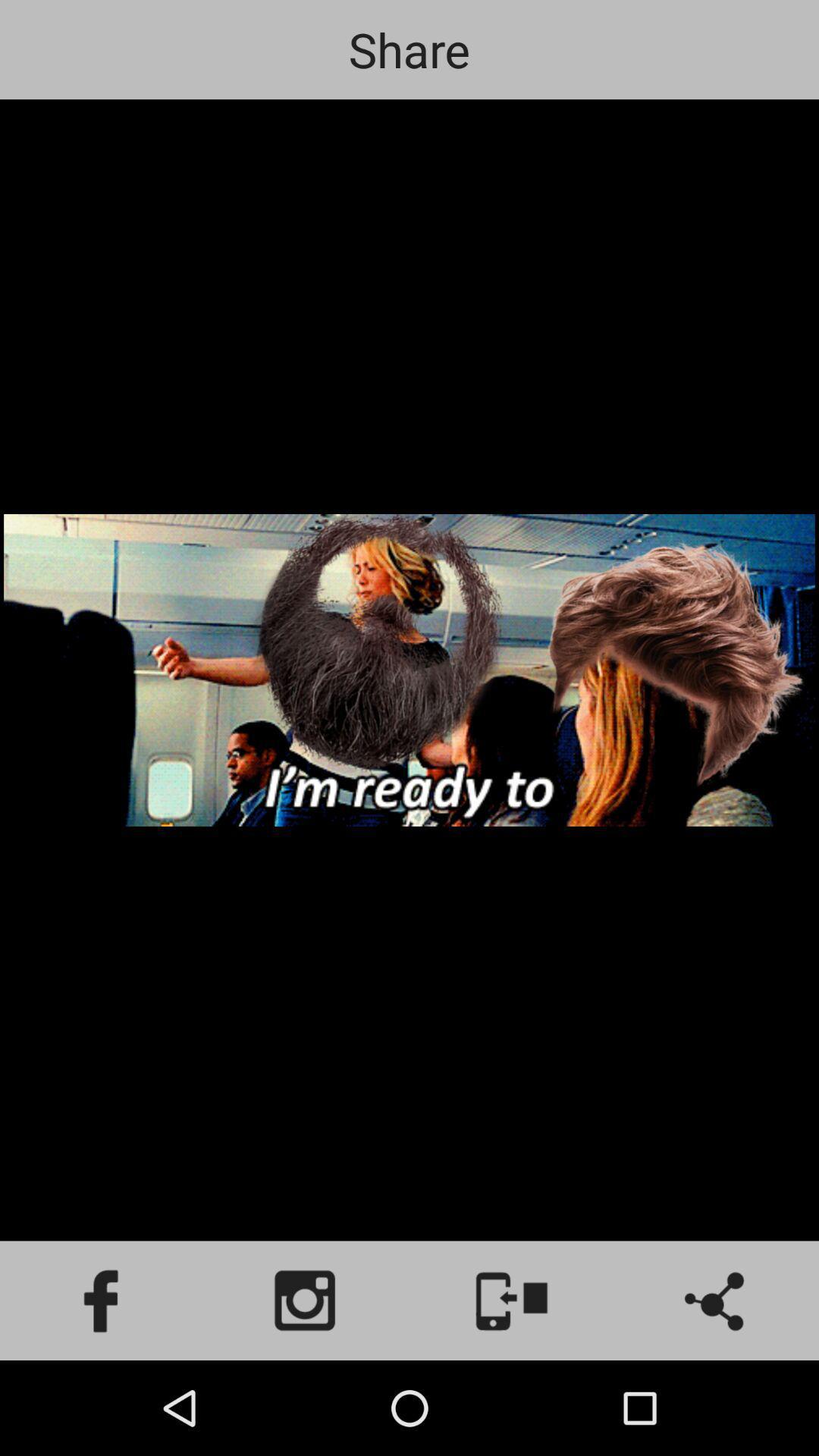 This screenshot has height=1456, width=819. Describe the element at coordinates (717, 1300) in the screenshot. I see `share` at that location.